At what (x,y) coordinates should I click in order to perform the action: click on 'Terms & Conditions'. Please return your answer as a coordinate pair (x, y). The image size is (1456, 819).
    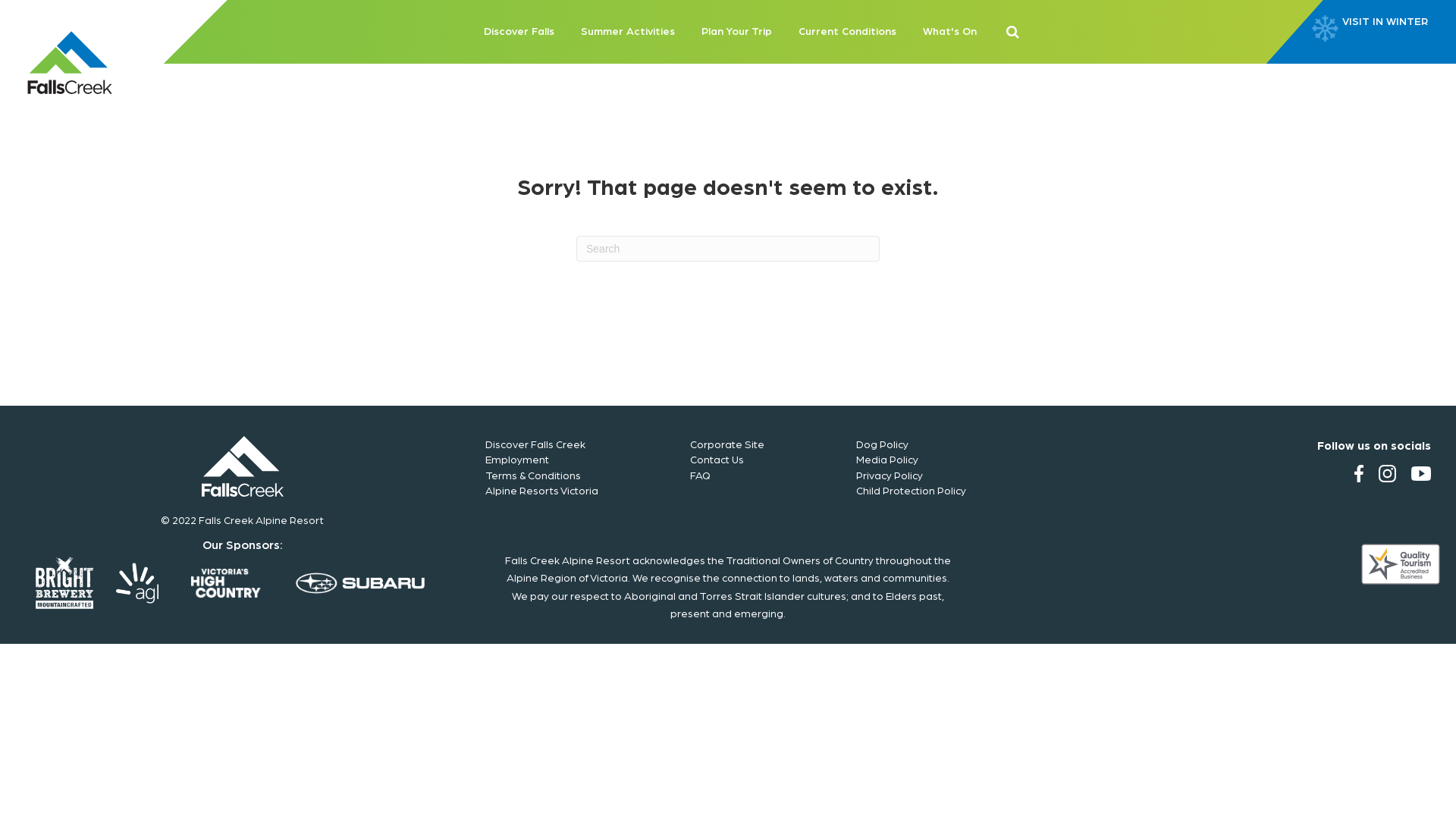
    Looking at the image, I should click on (532, 473).